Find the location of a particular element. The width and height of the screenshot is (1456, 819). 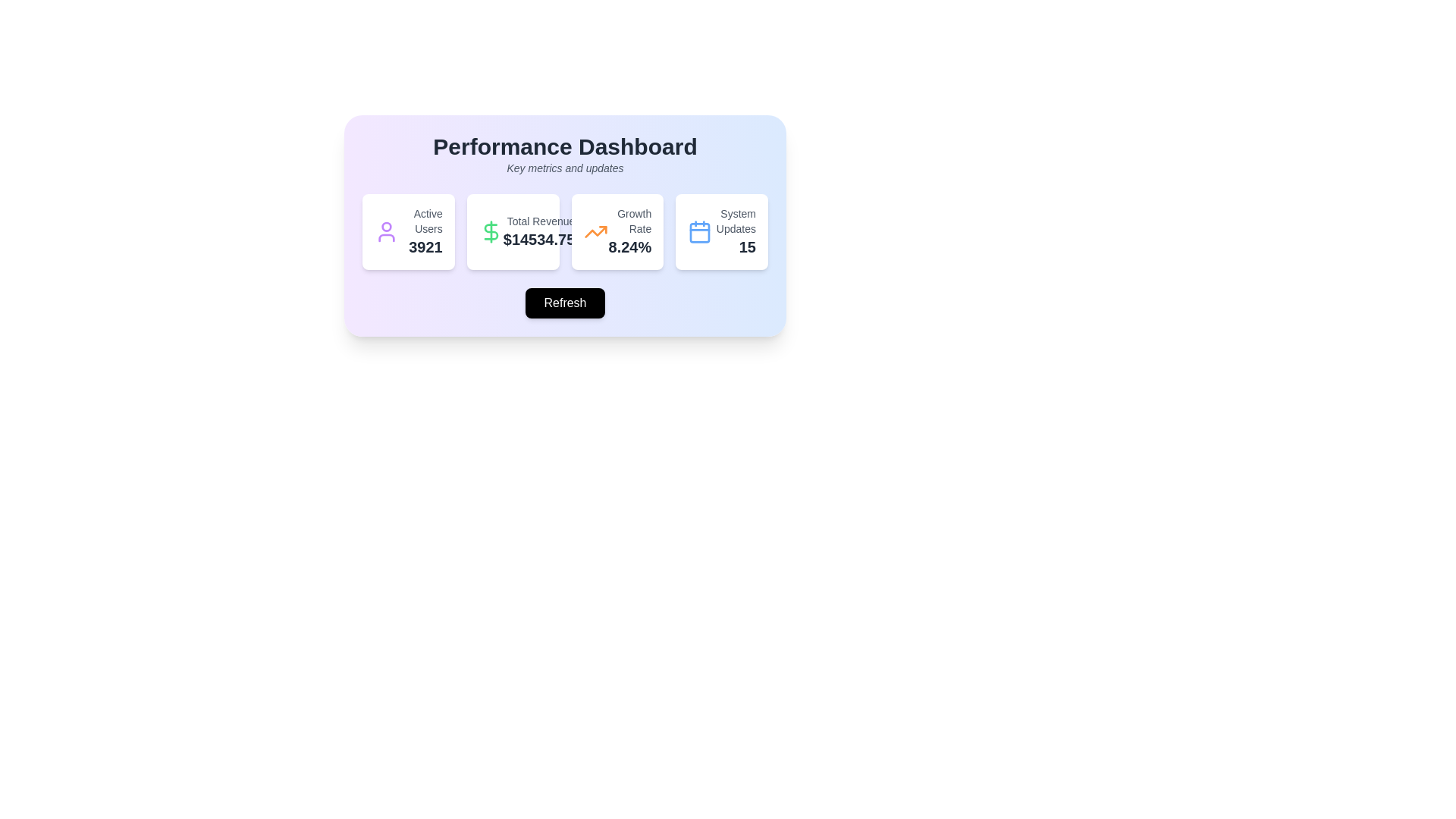

the information displayed on the first informational card component that shows the count of active users in the operational dashboard is located at coordinates (408, 231).